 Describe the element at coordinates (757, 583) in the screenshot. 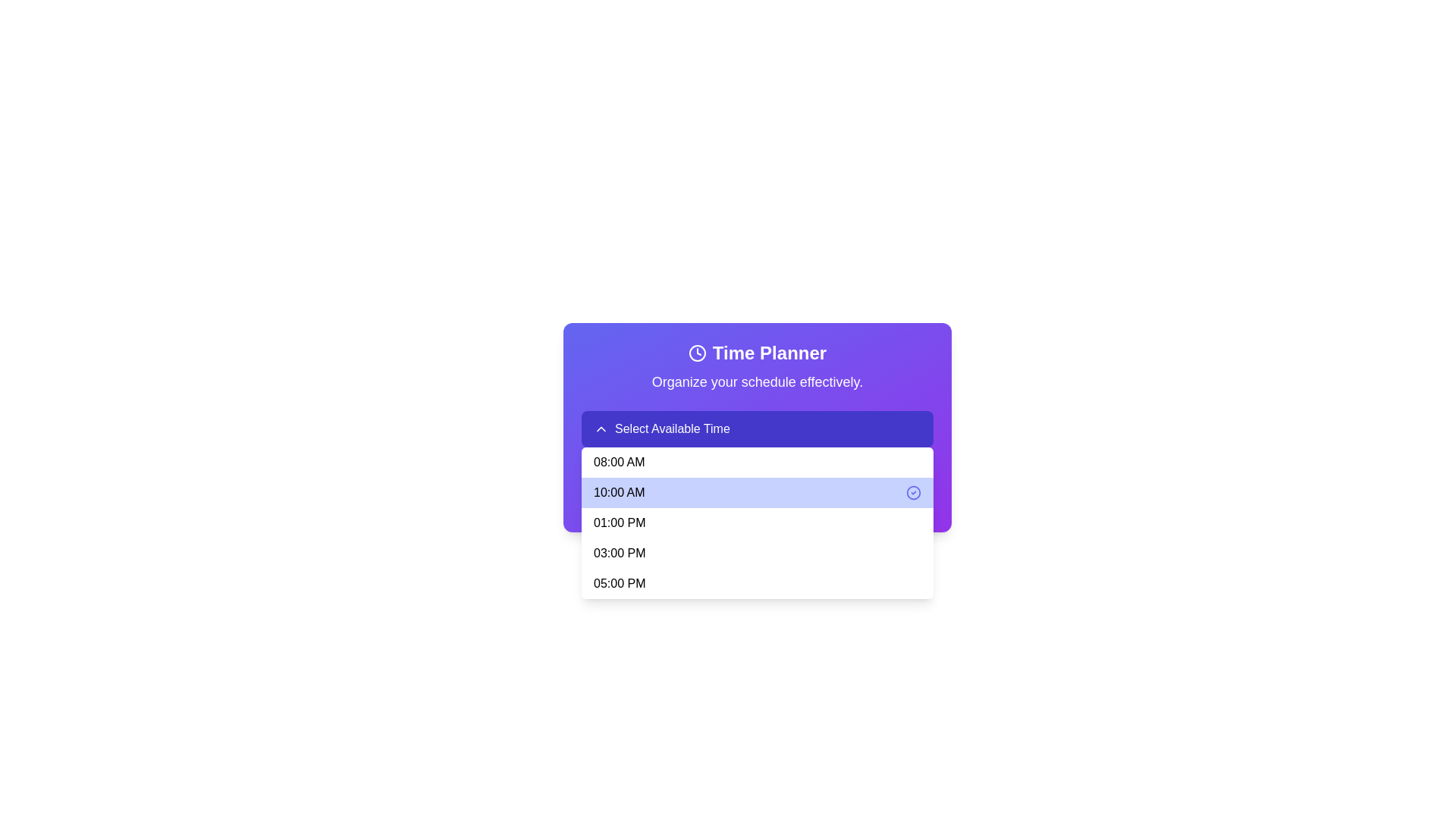

I see `the list item displaying '05:00 PM' in the dropdown menu` at that location.